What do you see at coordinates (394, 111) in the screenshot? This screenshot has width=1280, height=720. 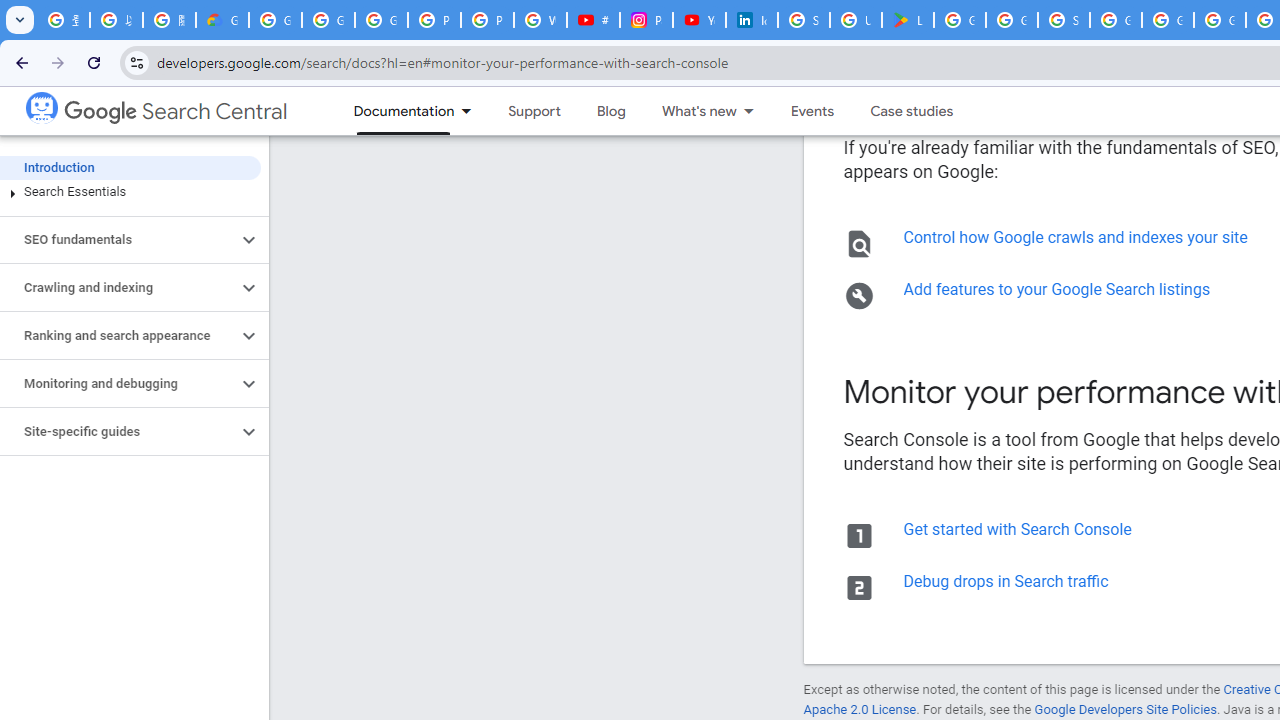 I see `'Documentation, selected'` at bounding box center [394, 111].